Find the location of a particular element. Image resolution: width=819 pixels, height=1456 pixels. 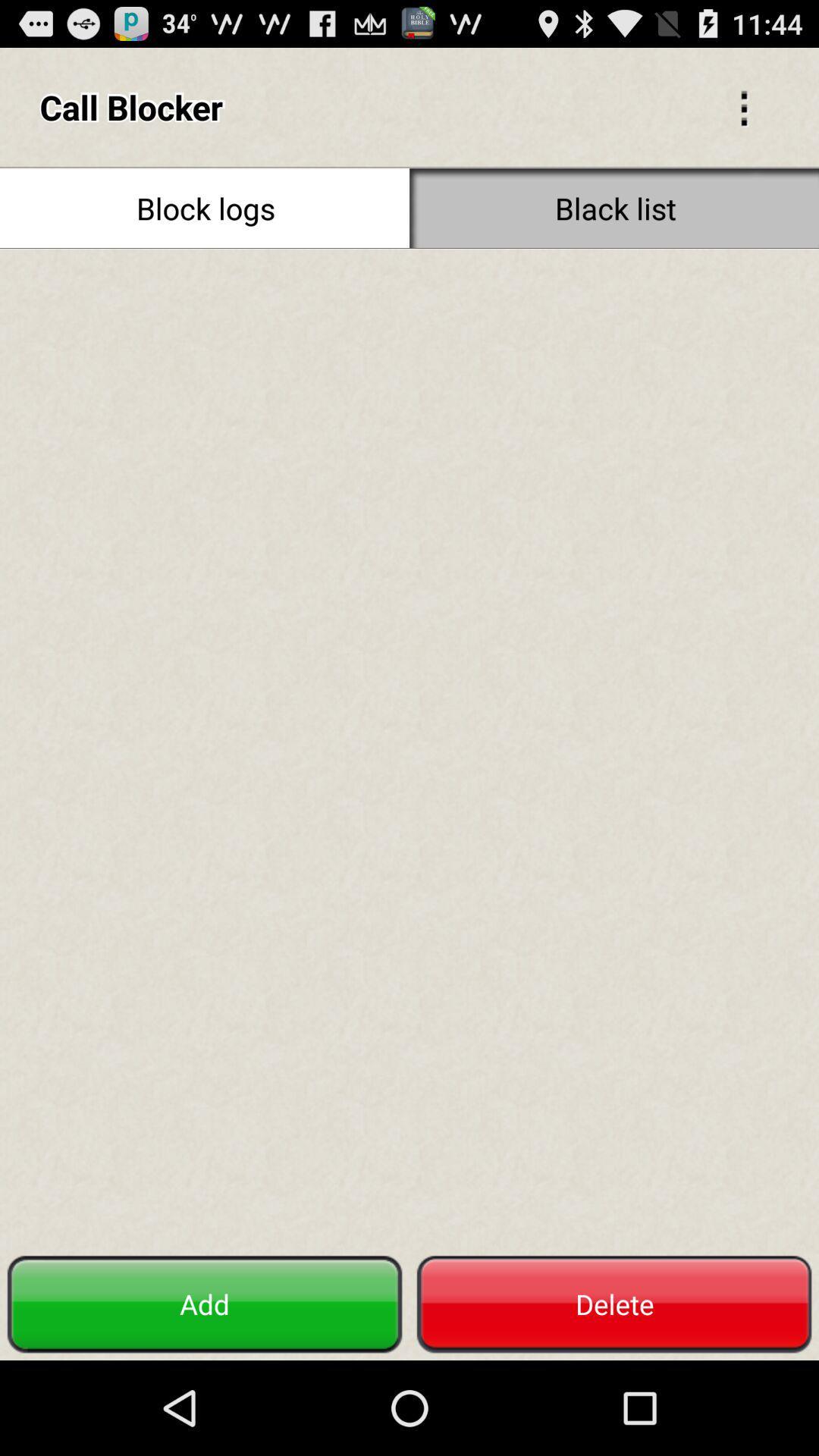

the icon to the left of the delete is located at coordinates (205, 1304).